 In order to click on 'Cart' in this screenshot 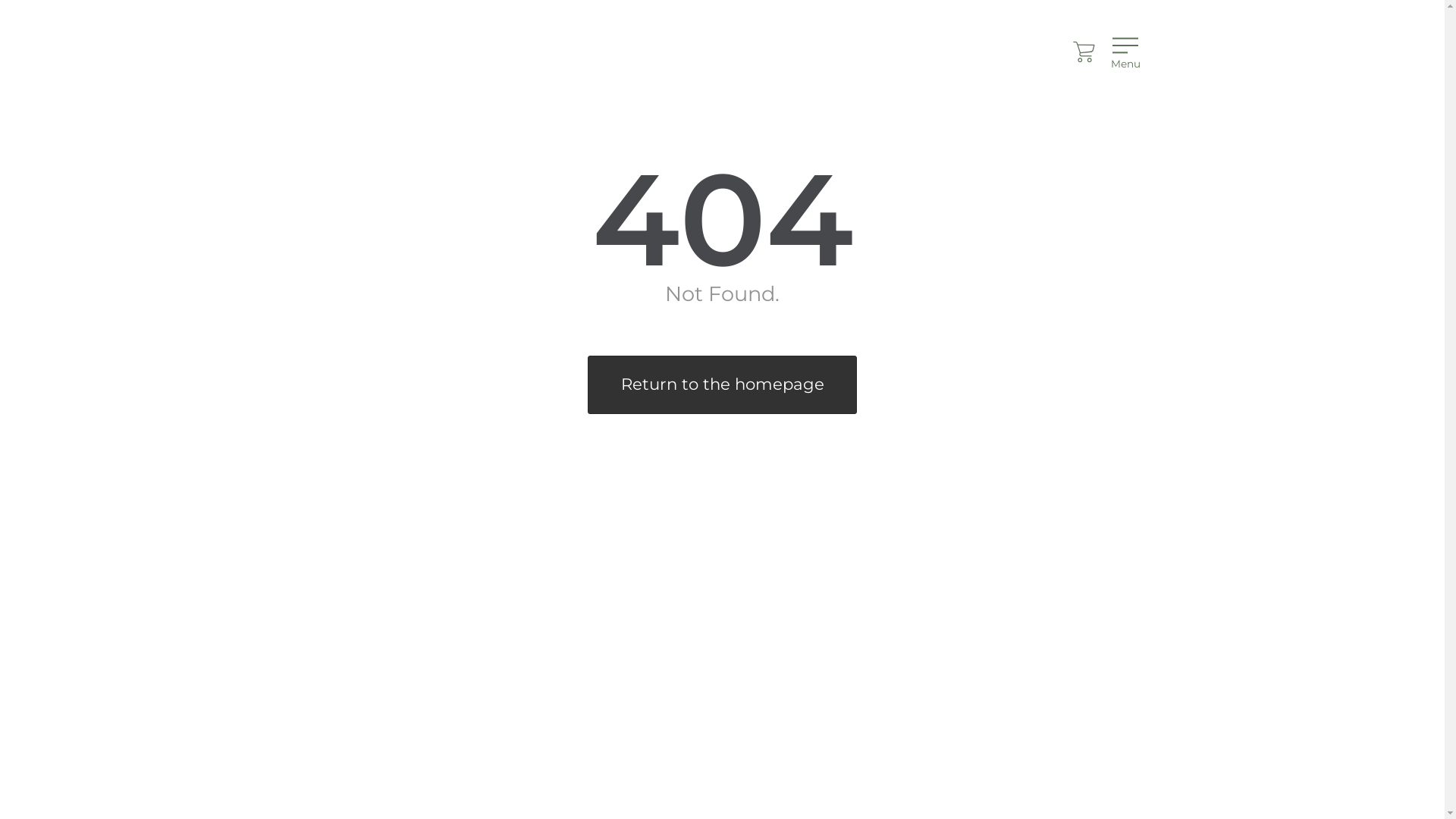, I will do `click(1083, 51)`.